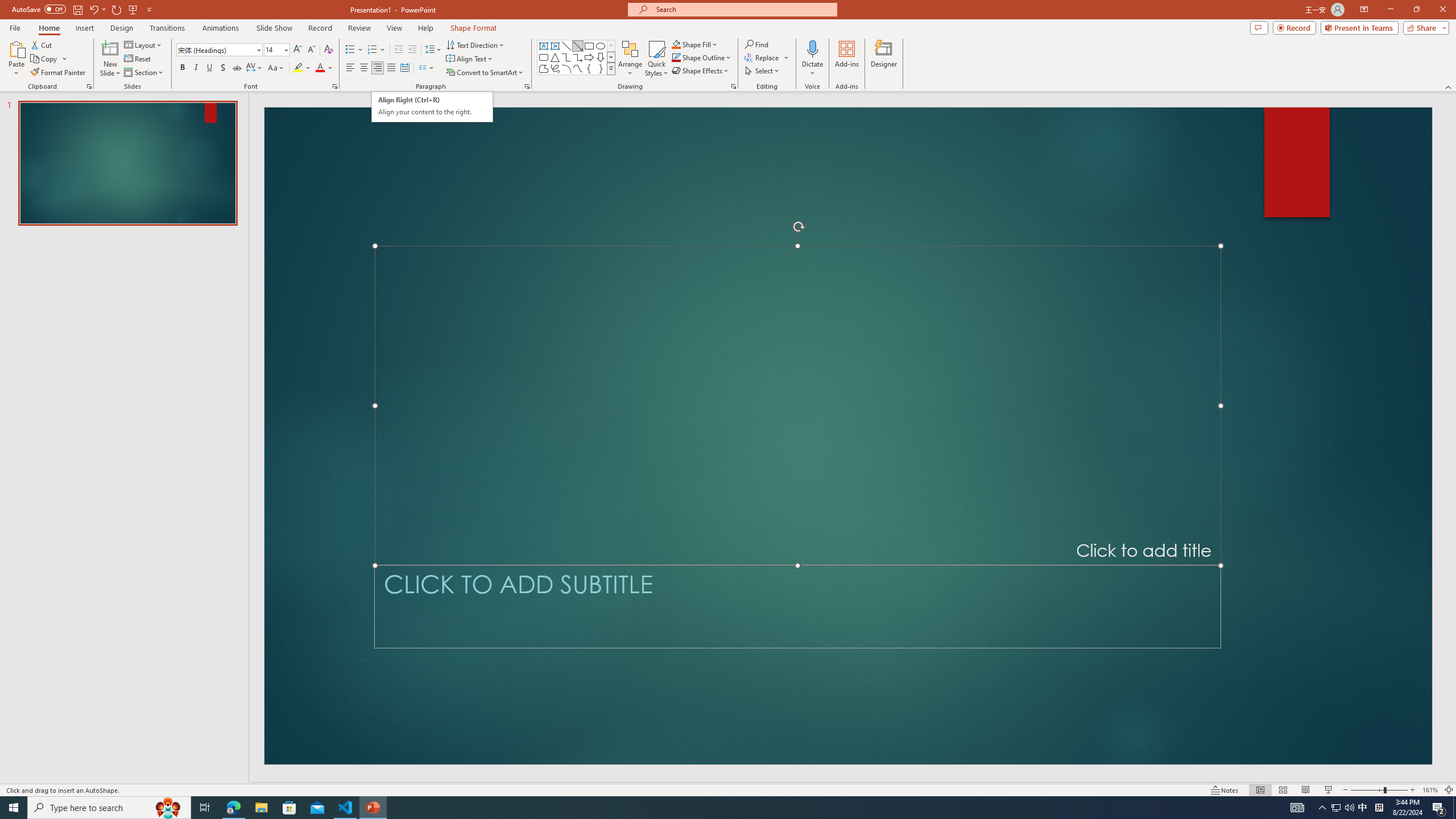 This screenshot has height=819, width=1456. I want to click on 'Zoom 161%', so click(1430, 790).